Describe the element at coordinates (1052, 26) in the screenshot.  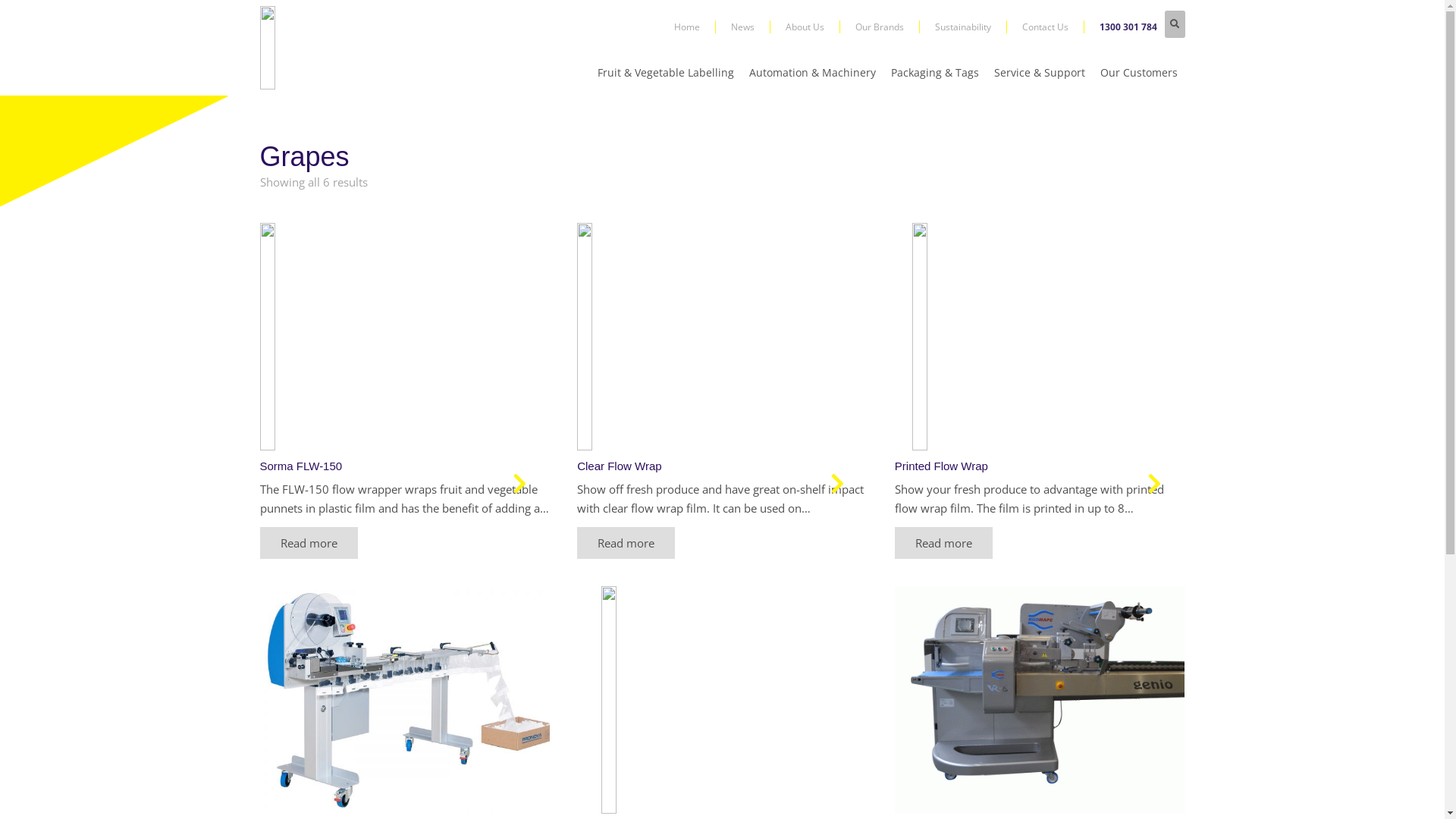
I see `'Contact Us'` at that location.